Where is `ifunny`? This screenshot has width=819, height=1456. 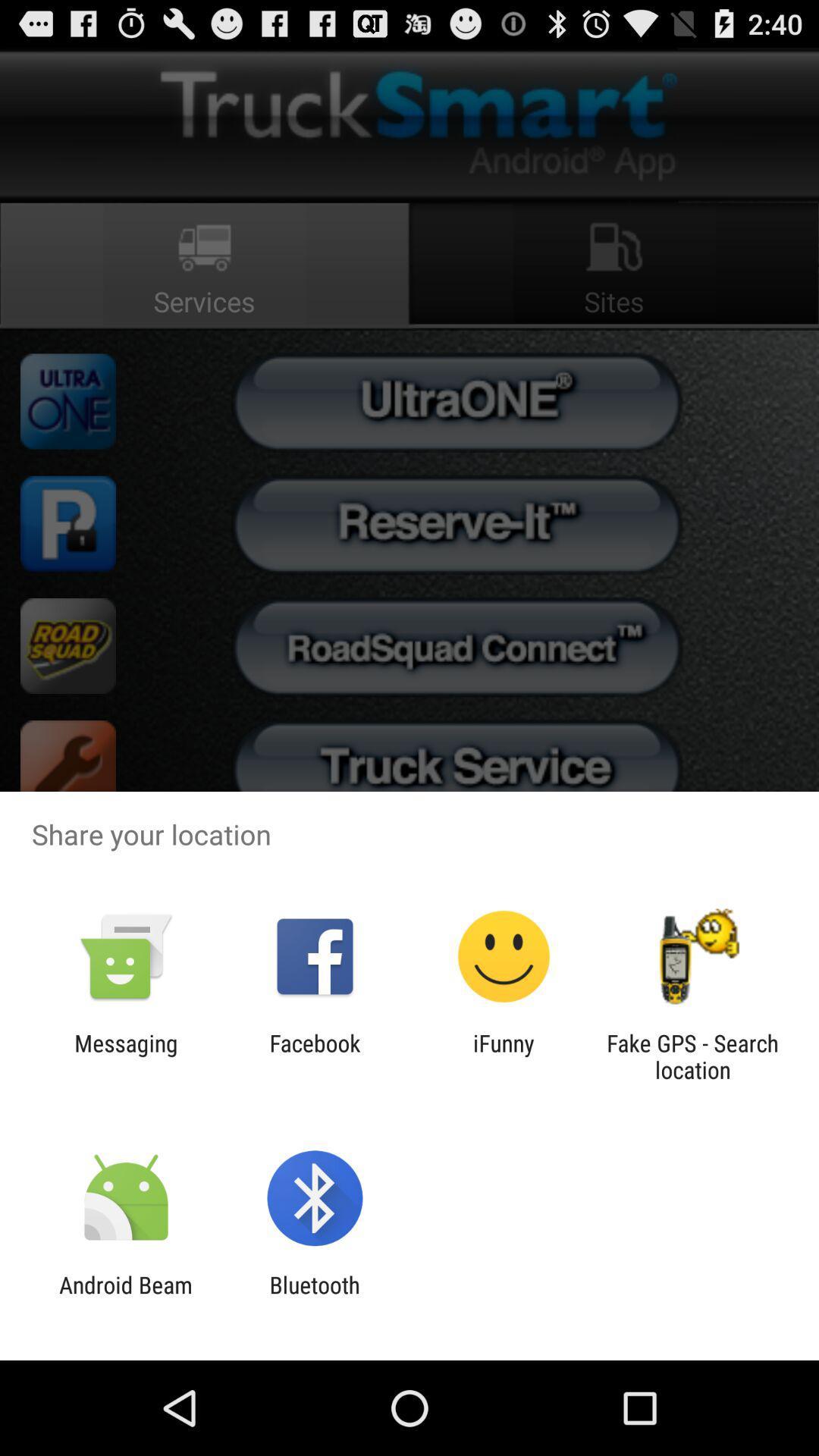 ifunny is located at coordinates (504, 1056).